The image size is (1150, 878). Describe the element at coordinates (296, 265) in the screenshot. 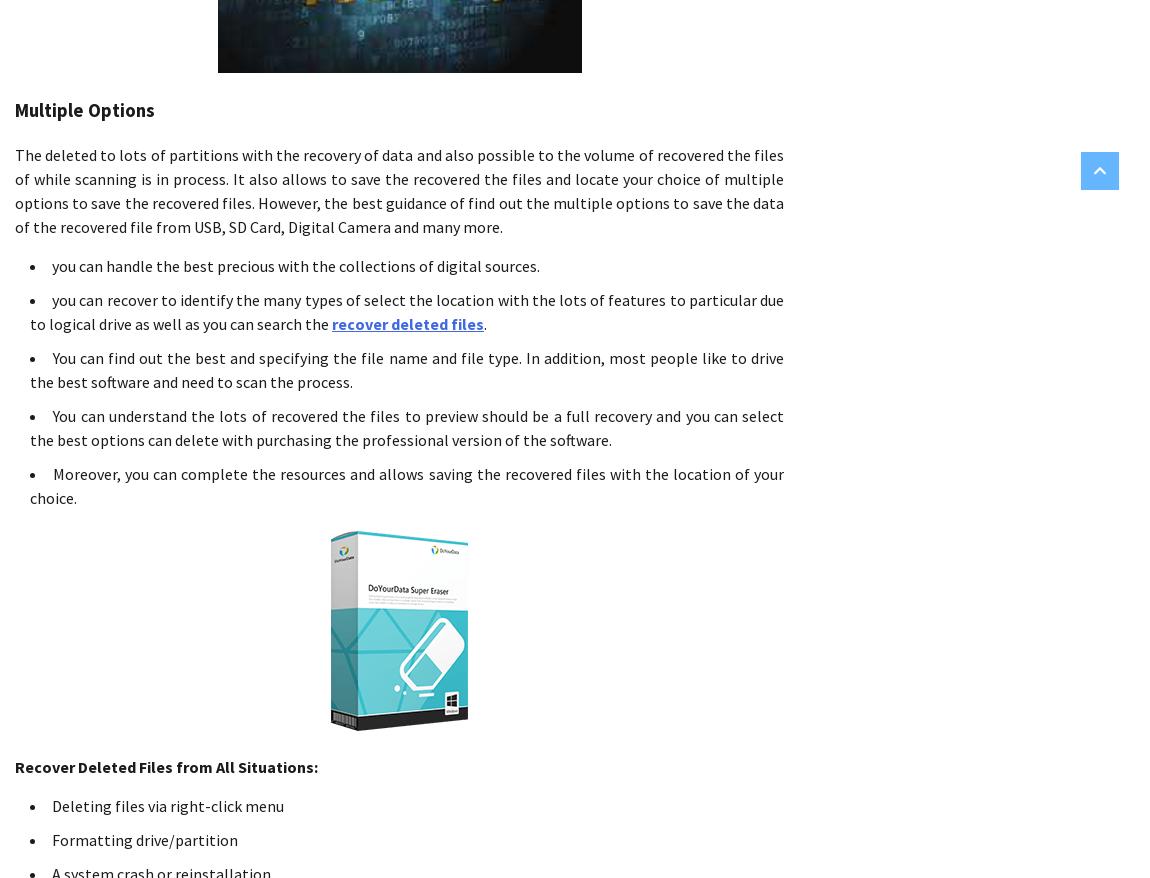

I see `'you can handle the best precious with the collections of digital sources.'` at that location.